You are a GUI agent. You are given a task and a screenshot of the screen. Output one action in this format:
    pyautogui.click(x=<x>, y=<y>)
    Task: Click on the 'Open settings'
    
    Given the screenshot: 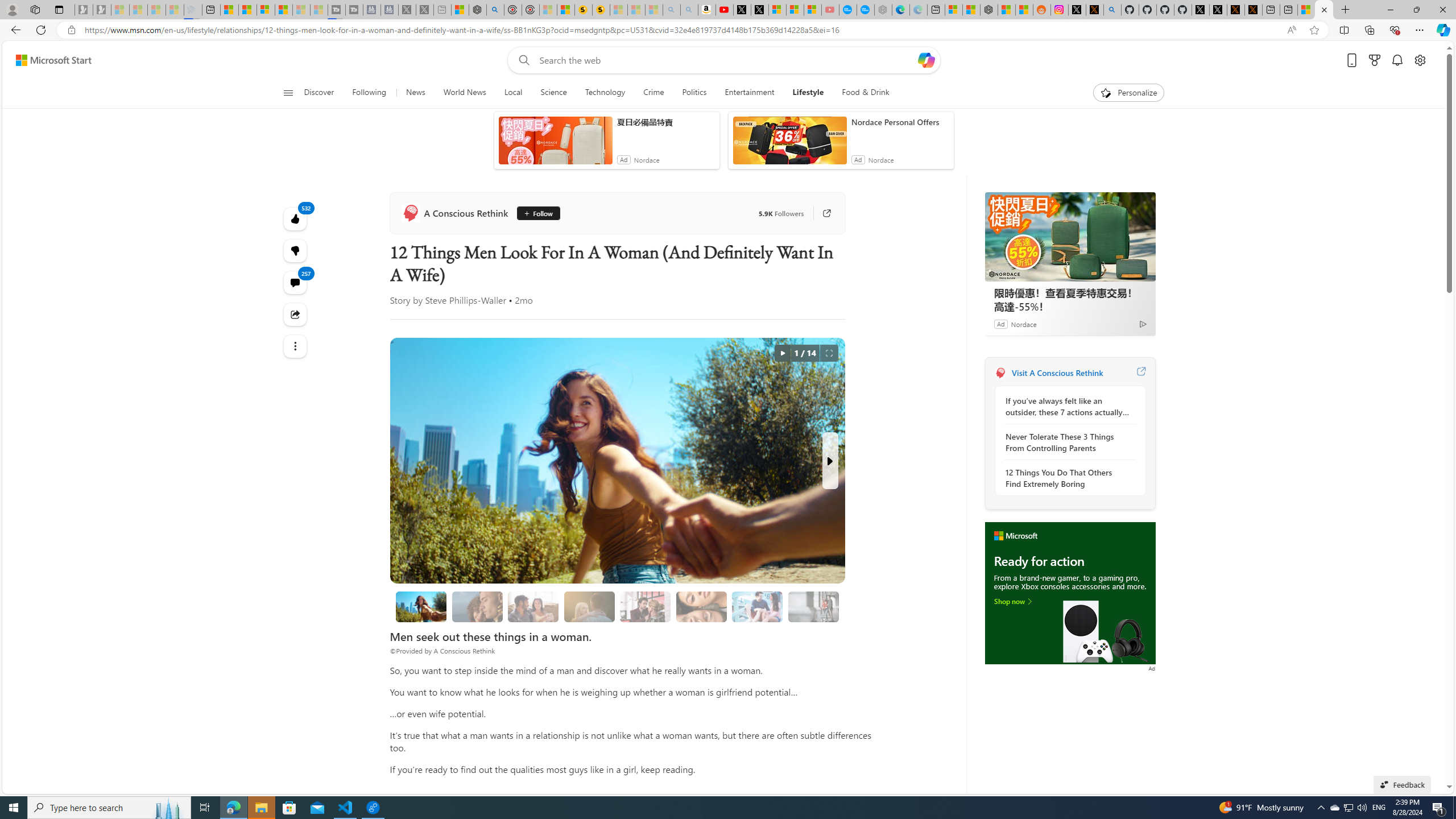 What is the action you would take?
    pyautogui.click(x=1420, y=60)
    